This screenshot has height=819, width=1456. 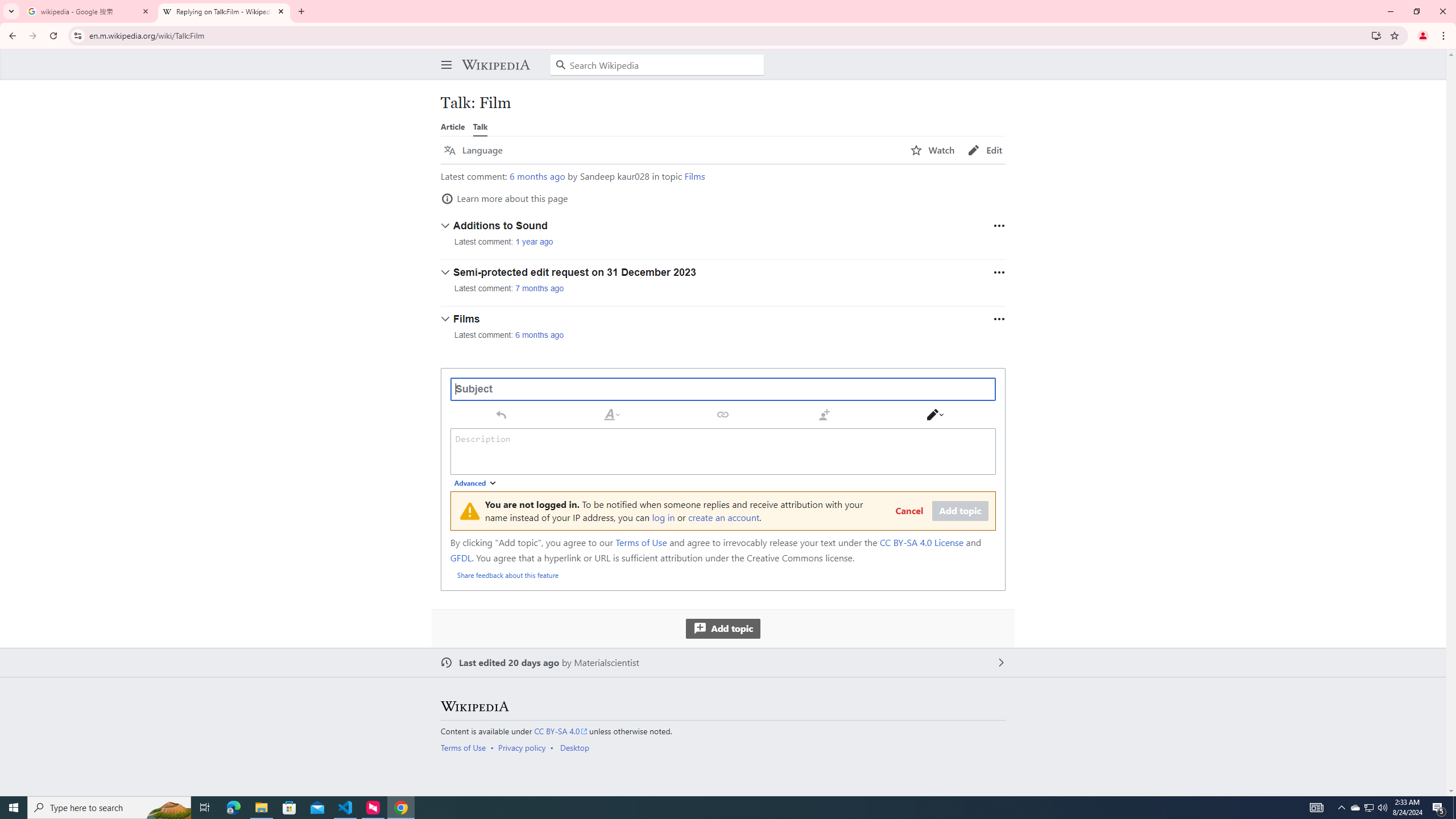 I want to click on 'Search Wikipedia', so click(x=656, y=65).